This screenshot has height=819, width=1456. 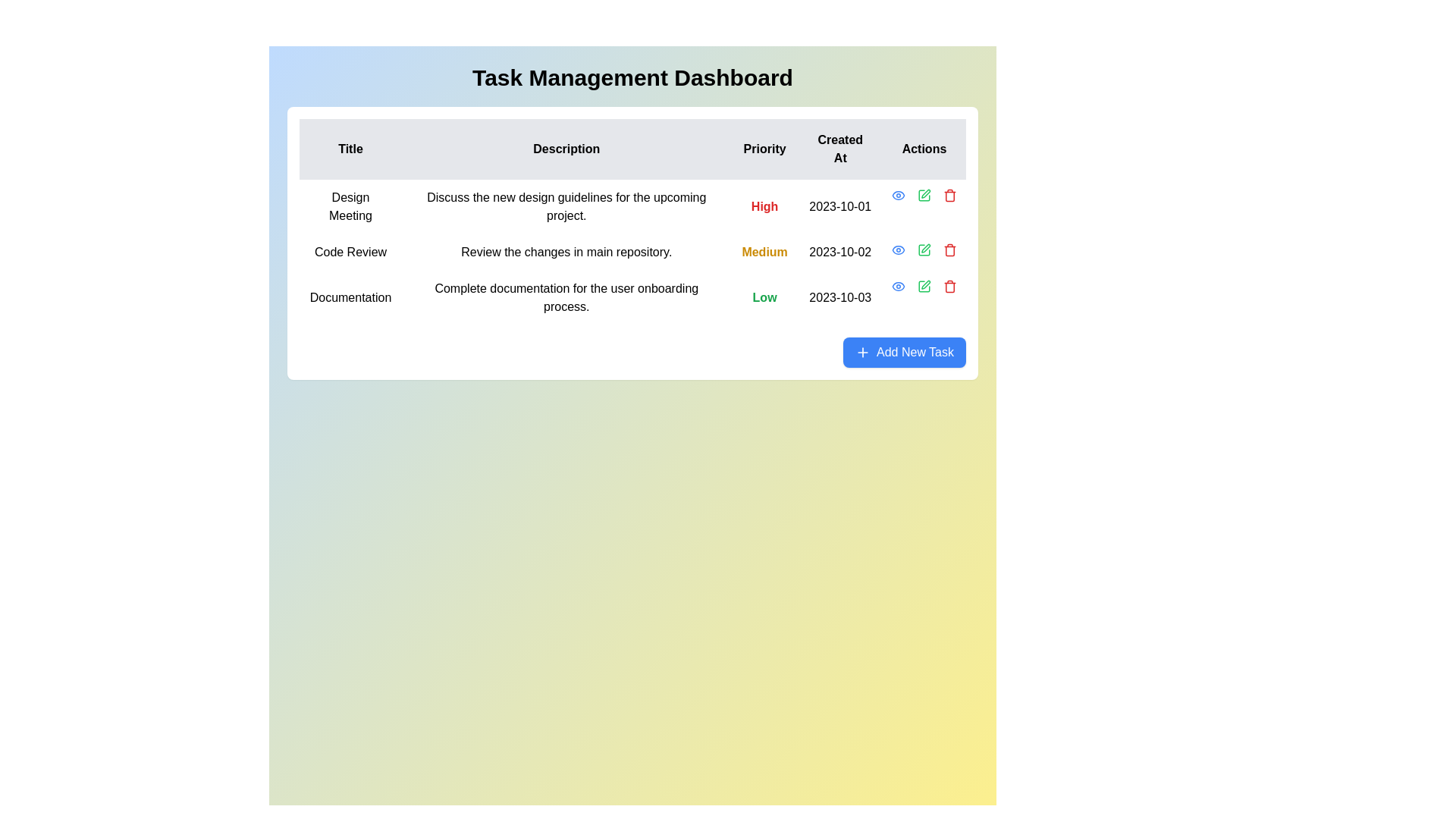 I want to click on the first row of the task management table that includes the task 'Design Meeting', so click(x=632, y=207).